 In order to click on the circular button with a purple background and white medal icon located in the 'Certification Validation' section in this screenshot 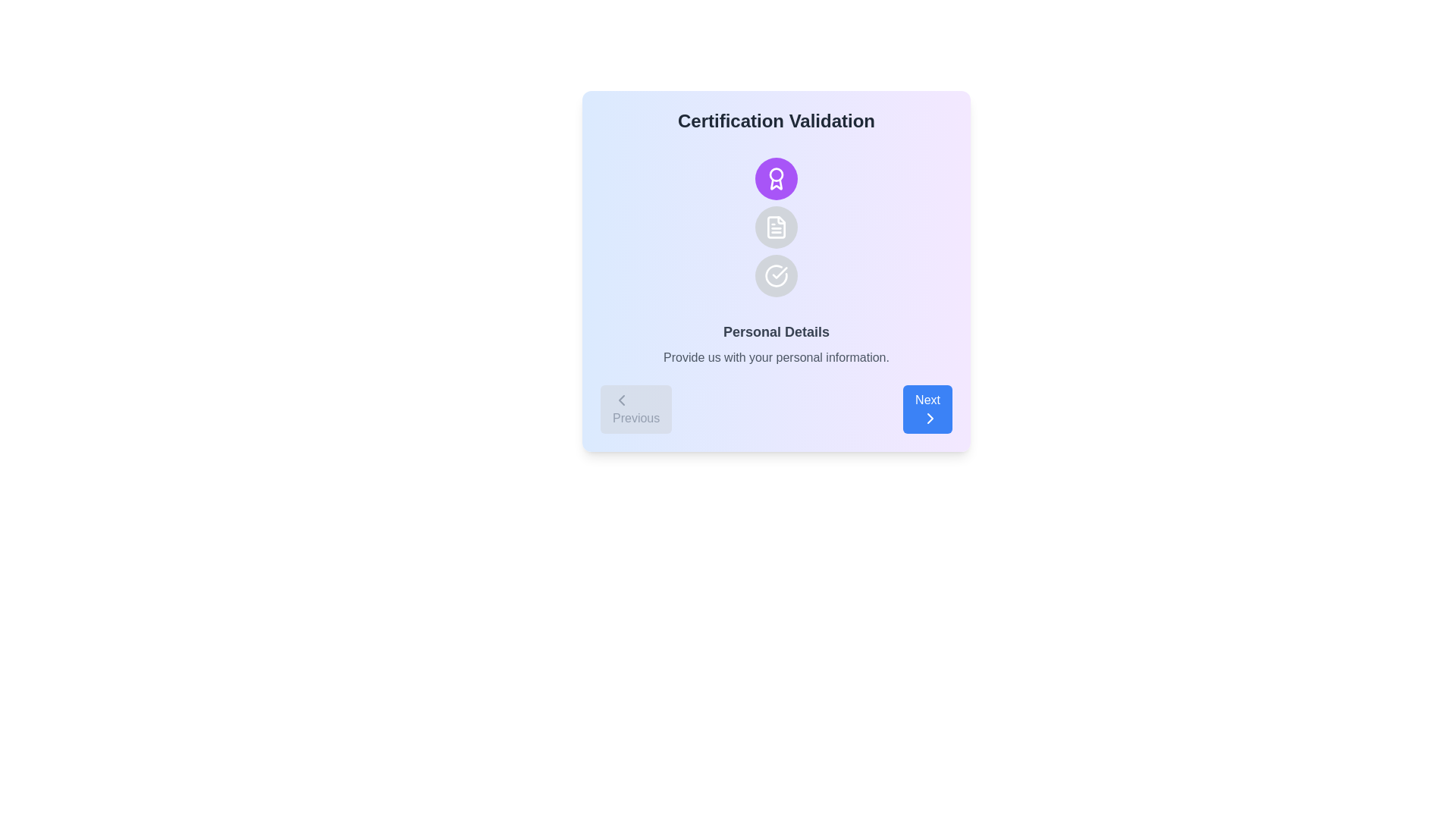, I will do `click(776, 177)`.